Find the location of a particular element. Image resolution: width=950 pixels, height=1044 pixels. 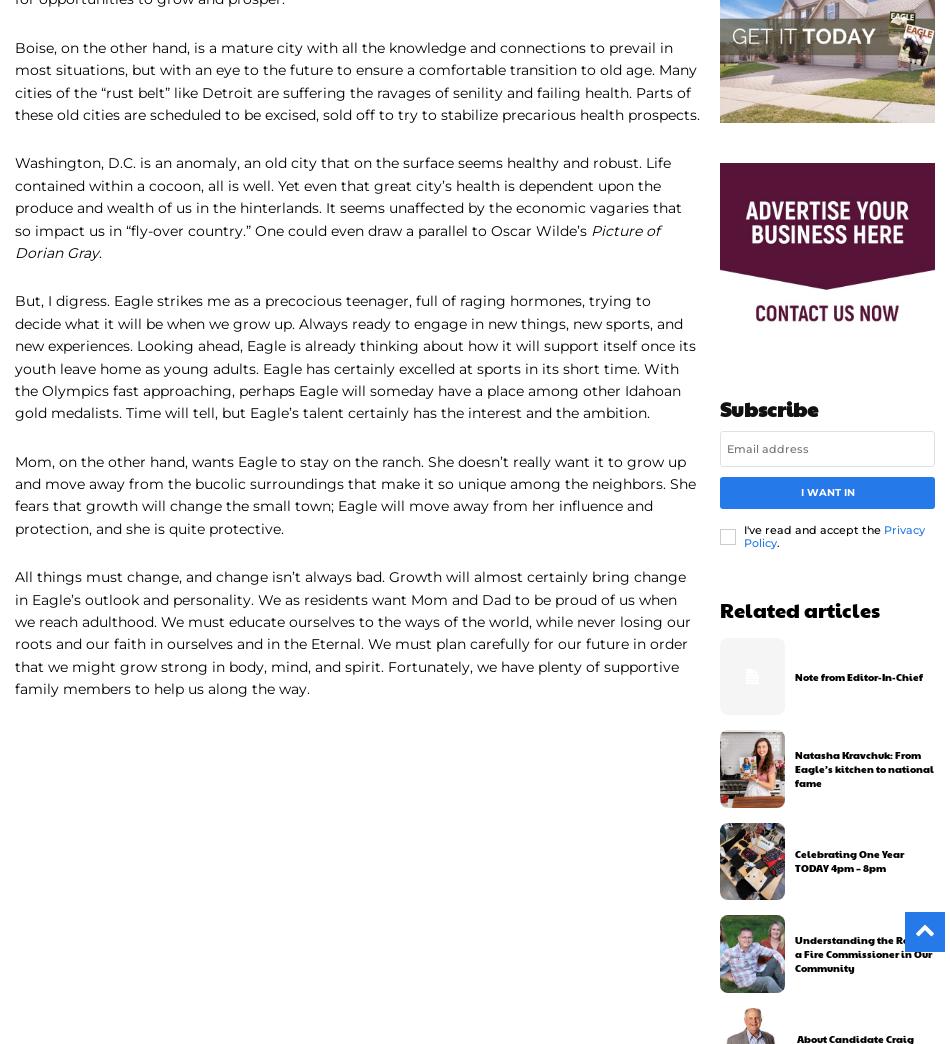

'Boise, on the other hand, is a mature city with all the knowledge and connections to prevail in most situations, but with an eye to the future to ensure a comfortable transition to old age. Many cities of the “rust belt” like Detroit are suffering the ravages of senility and failing health. Parts of these old cities are scheduled to be excised, sold off to try to stabilize precarious health prospects.' is located at coordinates (356, 80).